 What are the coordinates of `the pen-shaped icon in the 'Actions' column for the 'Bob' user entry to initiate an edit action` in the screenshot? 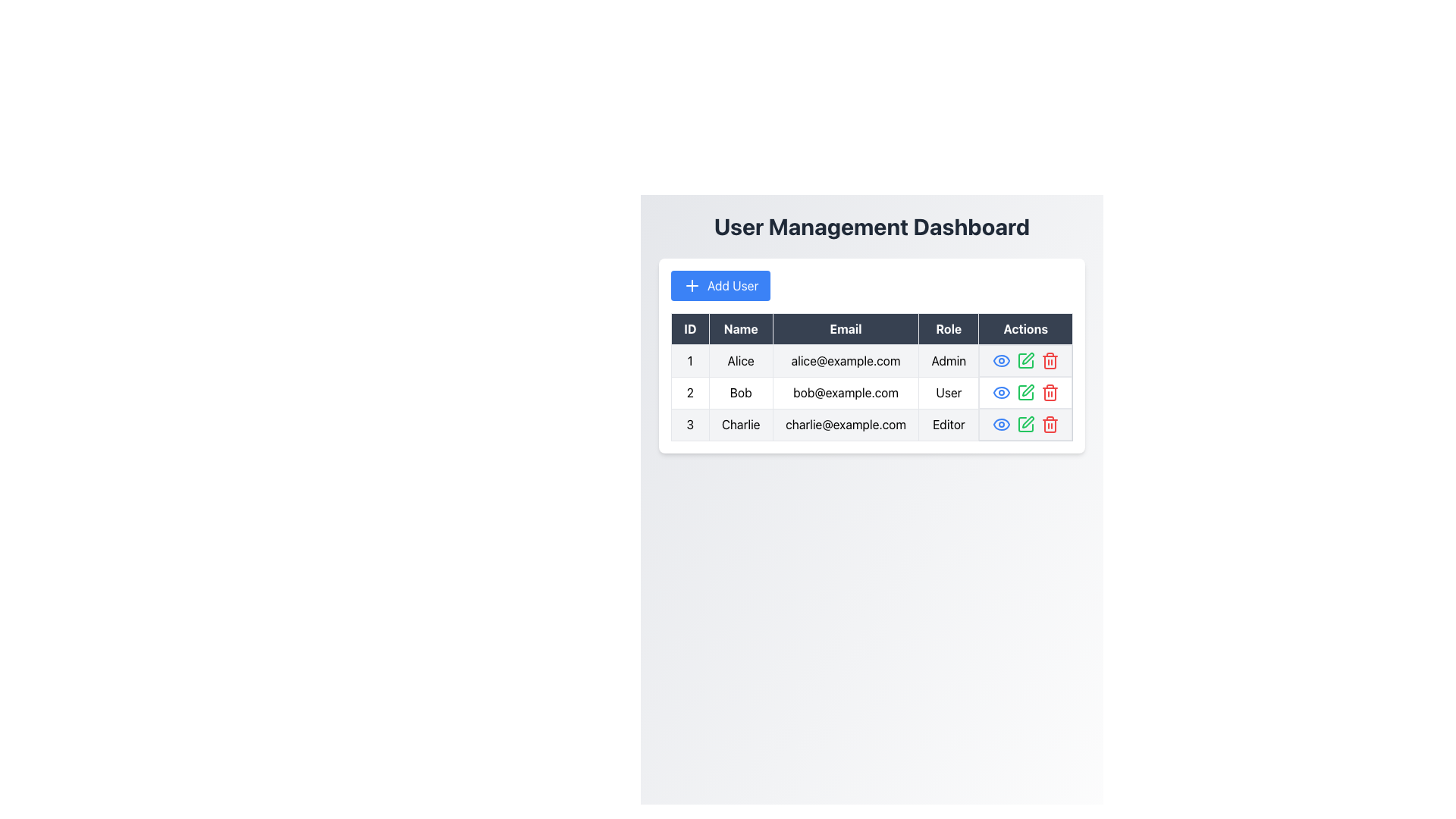 It's located at (1028, 359).